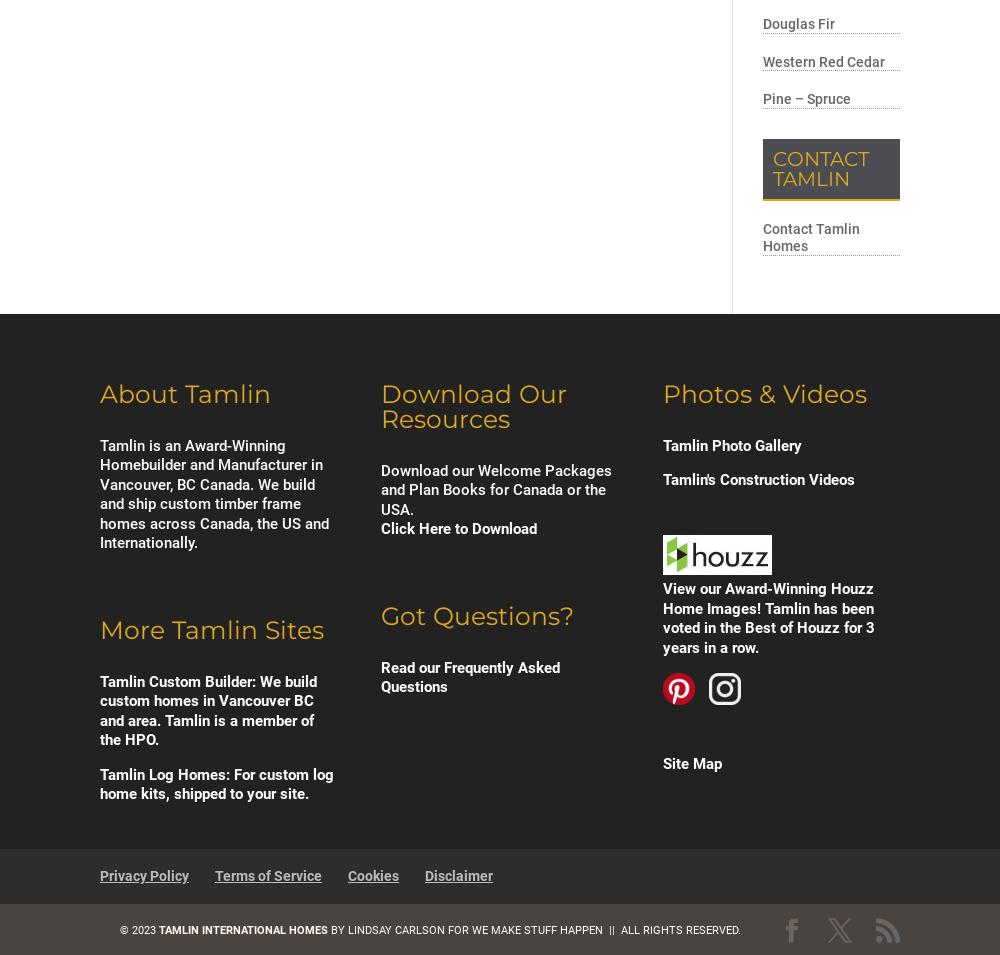 The width and height of the screenshot is (1000, 955). What do you see at coordinates (381, 528) in the screenshot?
I see `'Click Here to Download'` at bounding box center [381, 528].